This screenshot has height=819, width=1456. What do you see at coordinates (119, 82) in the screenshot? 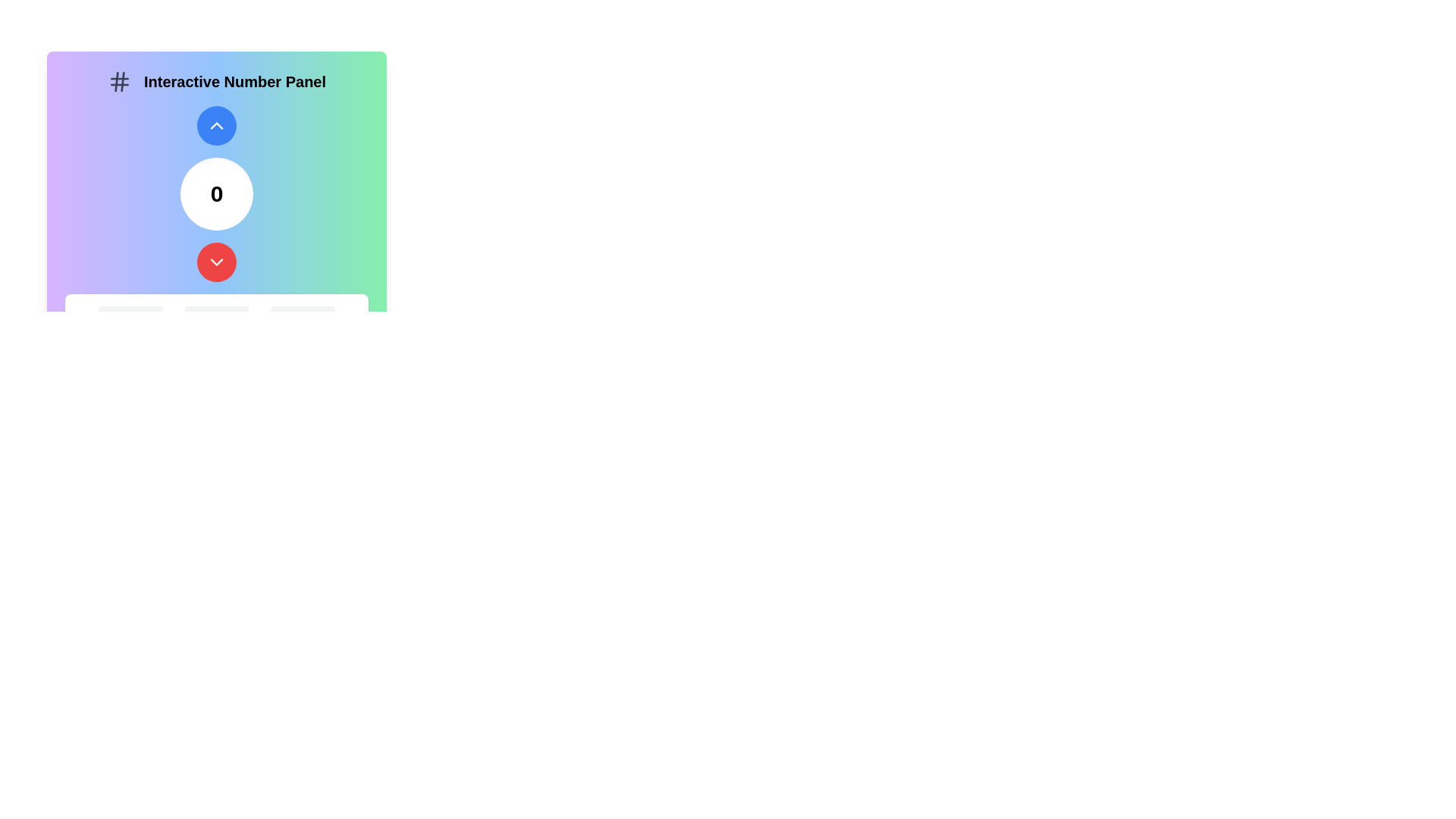
I see `the icon representing the 'Interactive Number Panel', which is located to the immediate left of the text label and aligned horizontally with it` at bounding box center [119, 82].